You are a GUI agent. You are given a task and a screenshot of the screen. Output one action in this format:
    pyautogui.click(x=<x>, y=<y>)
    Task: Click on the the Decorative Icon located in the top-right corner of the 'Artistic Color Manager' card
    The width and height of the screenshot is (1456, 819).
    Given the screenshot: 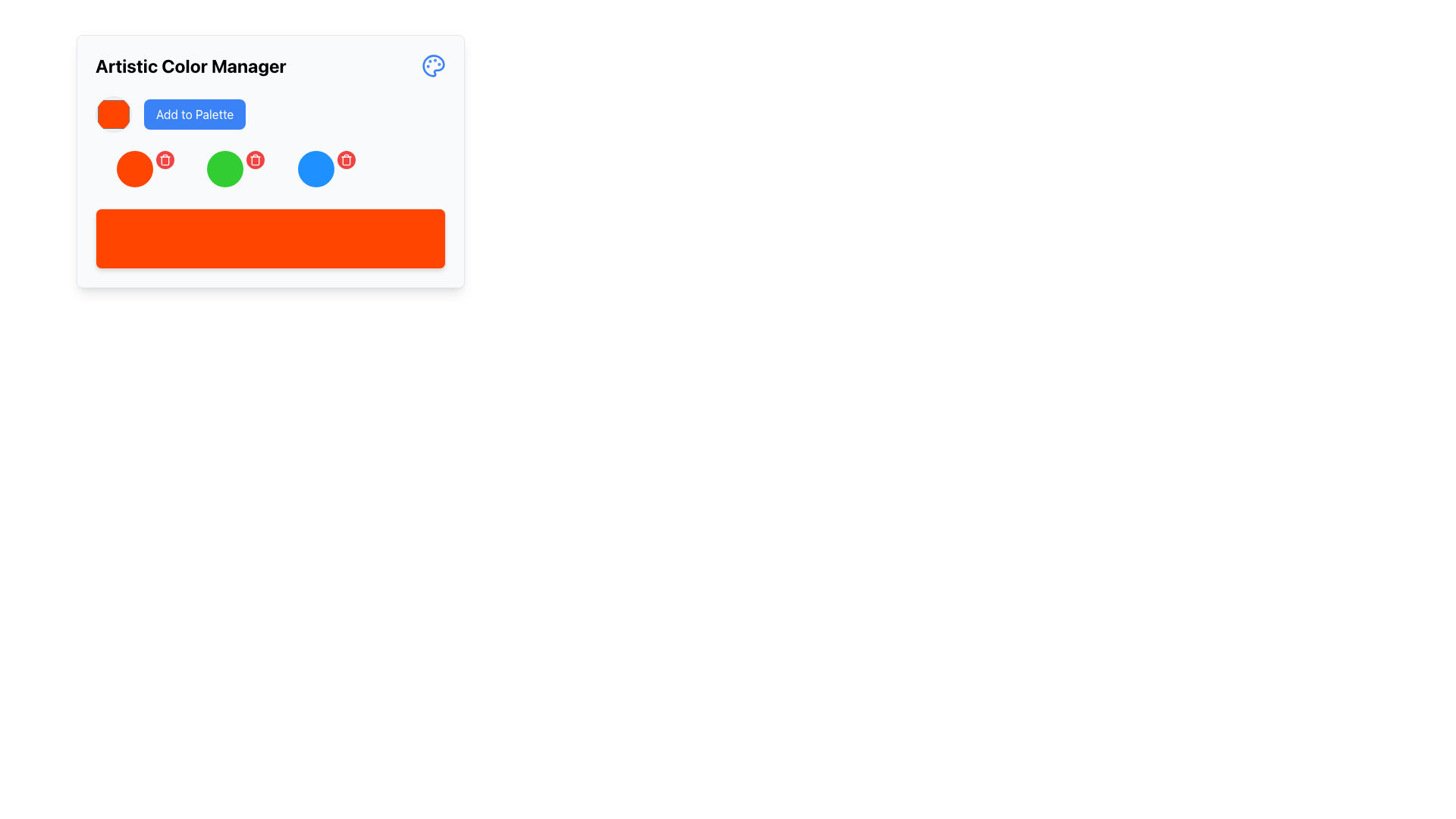 What is the action you would take?
    pyautogui.click(x=432, y=65)
    